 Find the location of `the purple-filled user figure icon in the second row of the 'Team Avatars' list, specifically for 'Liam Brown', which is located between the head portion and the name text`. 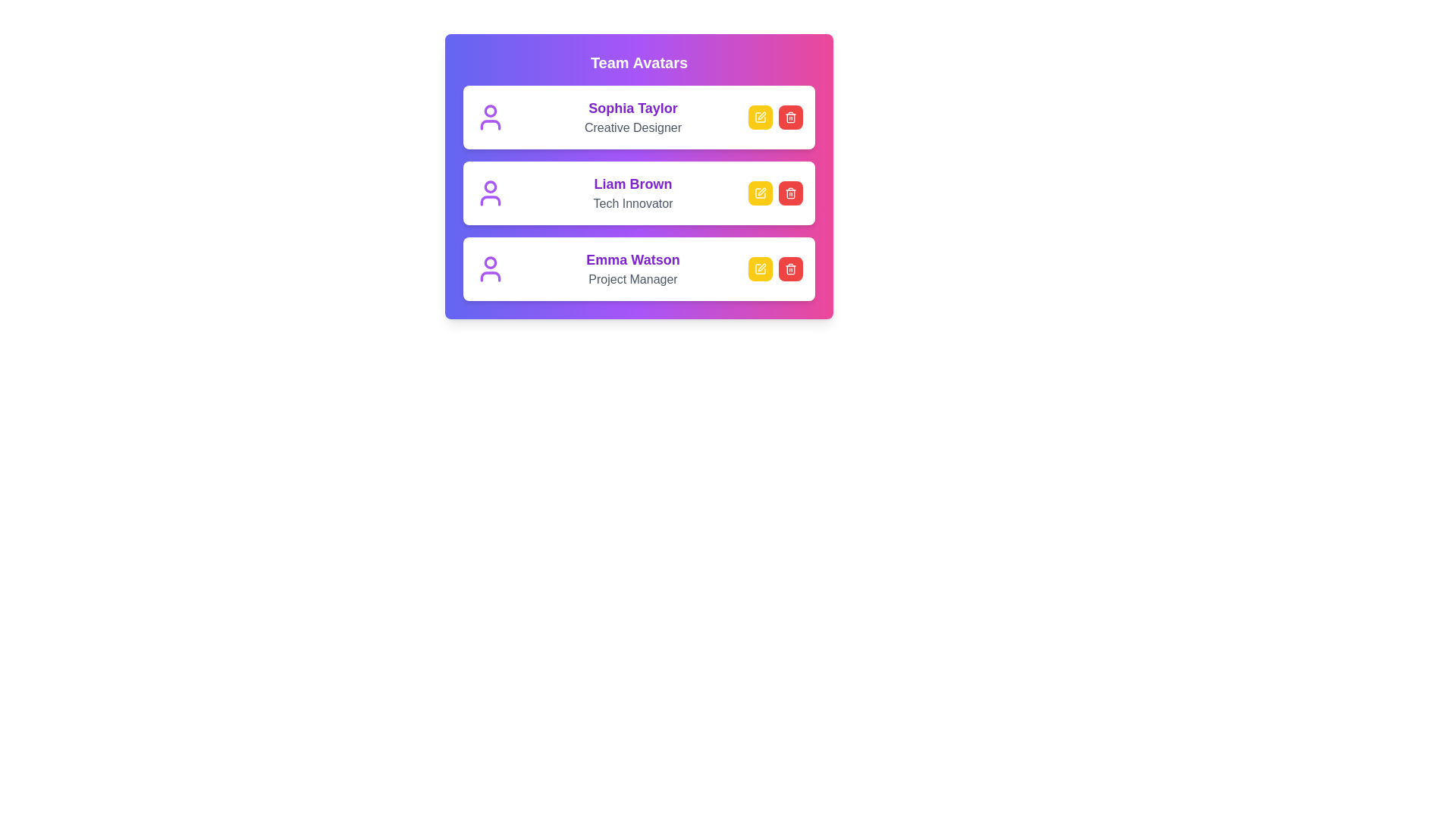

the purple-filled user figure icon in the second row of the 'Team Avatars' list, specifically for 'Liam Brown', which is located between the head portion and the name text is located at coordinates (491, 200).